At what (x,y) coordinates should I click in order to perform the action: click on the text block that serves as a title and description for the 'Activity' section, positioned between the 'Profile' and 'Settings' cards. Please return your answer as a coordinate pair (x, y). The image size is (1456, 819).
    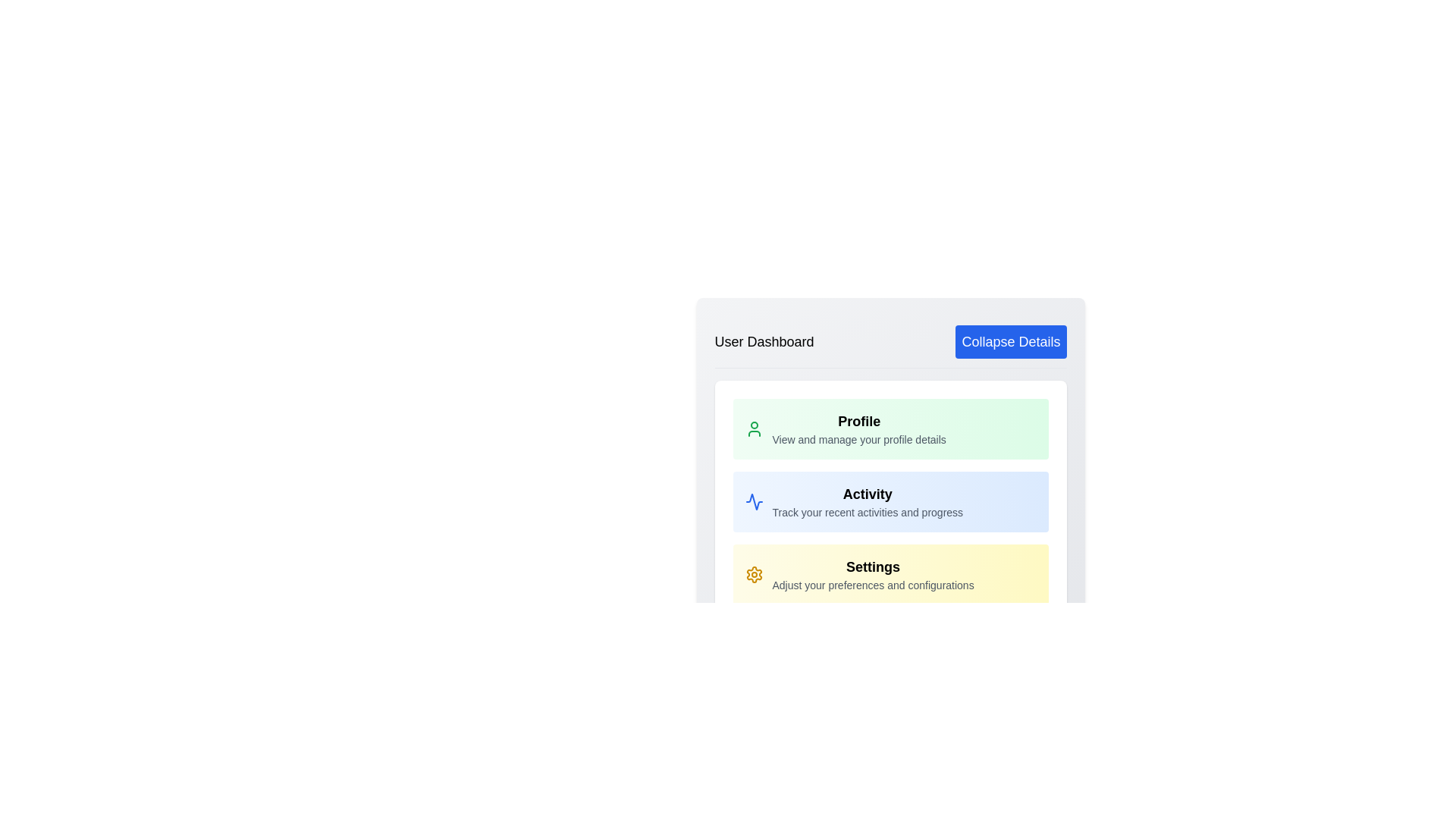
    Looking at the image, I should click on (868, 502).